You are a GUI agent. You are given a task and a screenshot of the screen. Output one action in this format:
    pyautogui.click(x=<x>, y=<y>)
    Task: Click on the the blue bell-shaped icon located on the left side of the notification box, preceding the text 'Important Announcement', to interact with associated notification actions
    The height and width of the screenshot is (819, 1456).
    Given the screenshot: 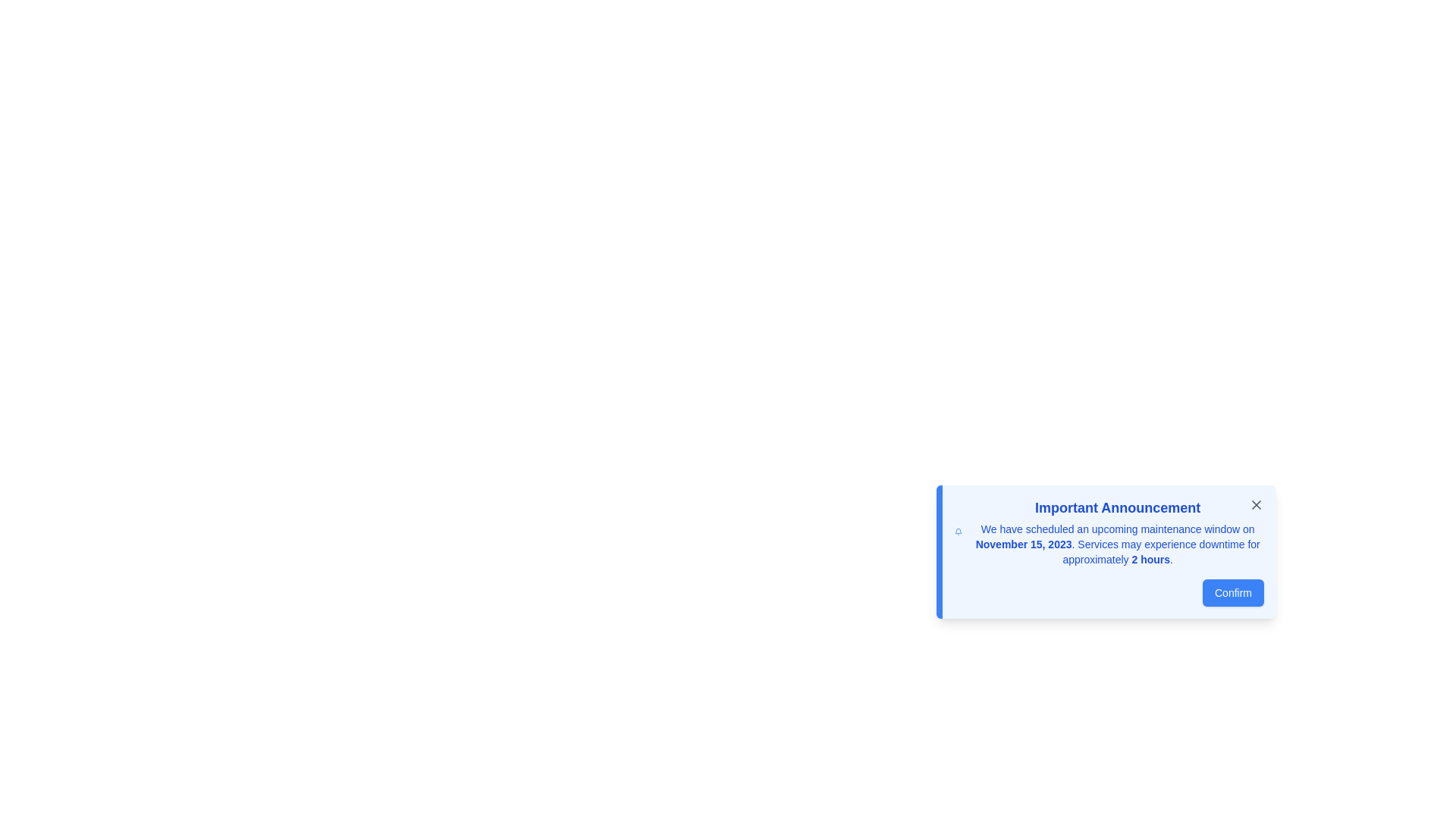 What is the action you would take?
    pyautogui.click(x=957, y=532)
    